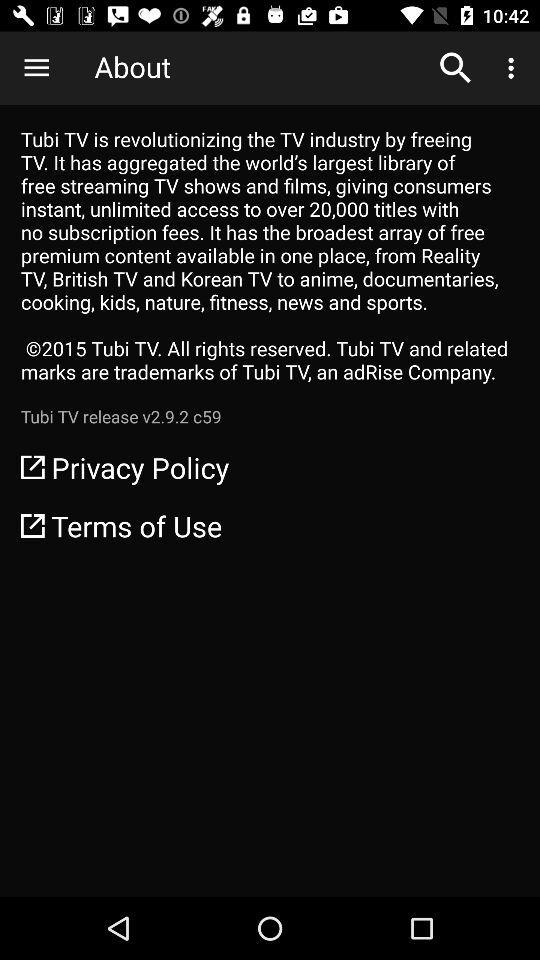 Image resolution: width=540 pixels, height=960 pixels. What do you see at coordinates (270, 467) in the screenshot?
I see `privacy policy item` at bounding box center [270, 467].